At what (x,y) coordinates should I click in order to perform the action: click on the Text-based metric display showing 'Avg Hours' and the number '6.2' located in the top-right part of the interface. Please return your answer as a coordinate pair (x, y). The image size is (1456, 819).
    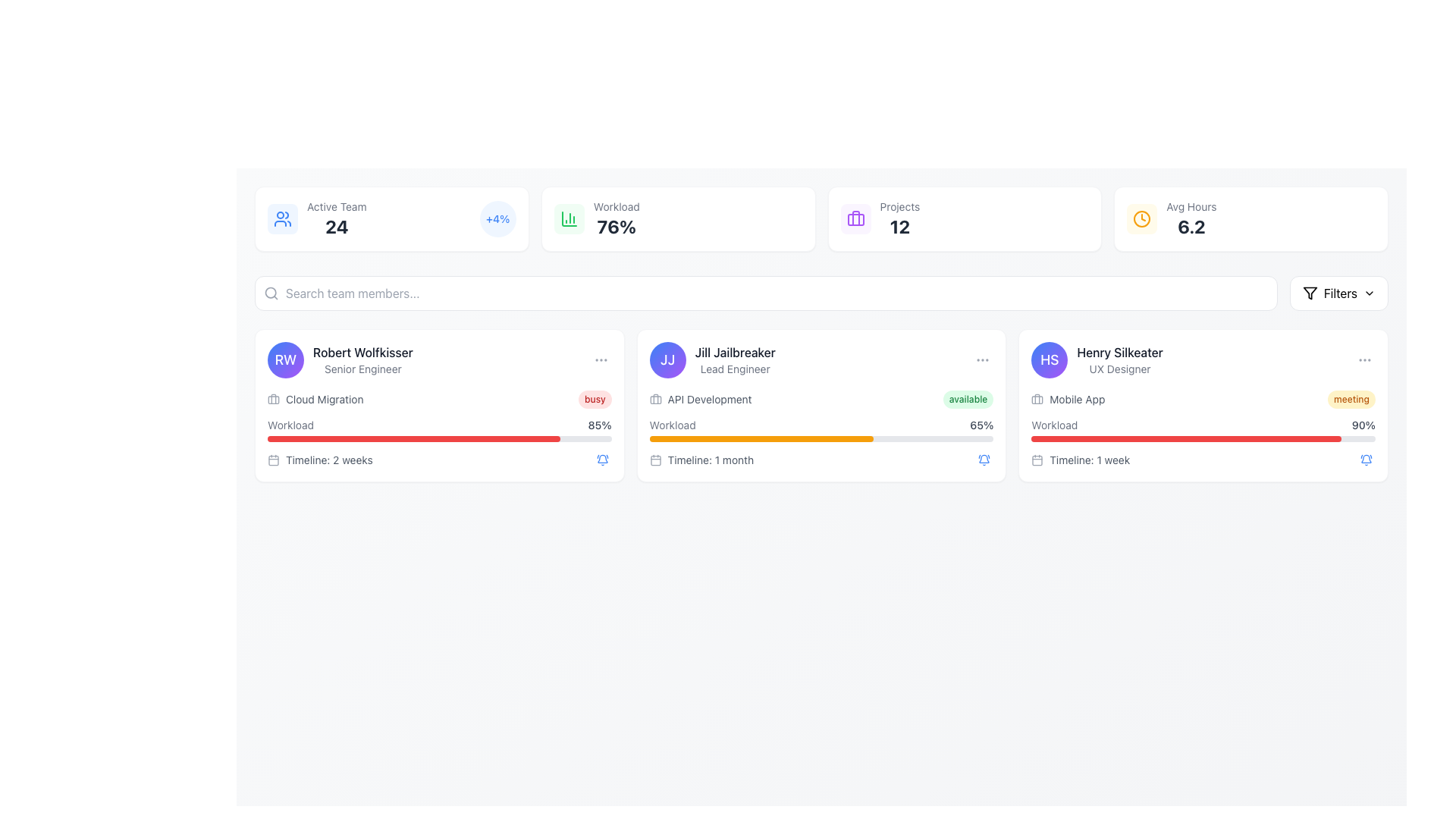
    Looking at the image, I should click on (1191, 219).